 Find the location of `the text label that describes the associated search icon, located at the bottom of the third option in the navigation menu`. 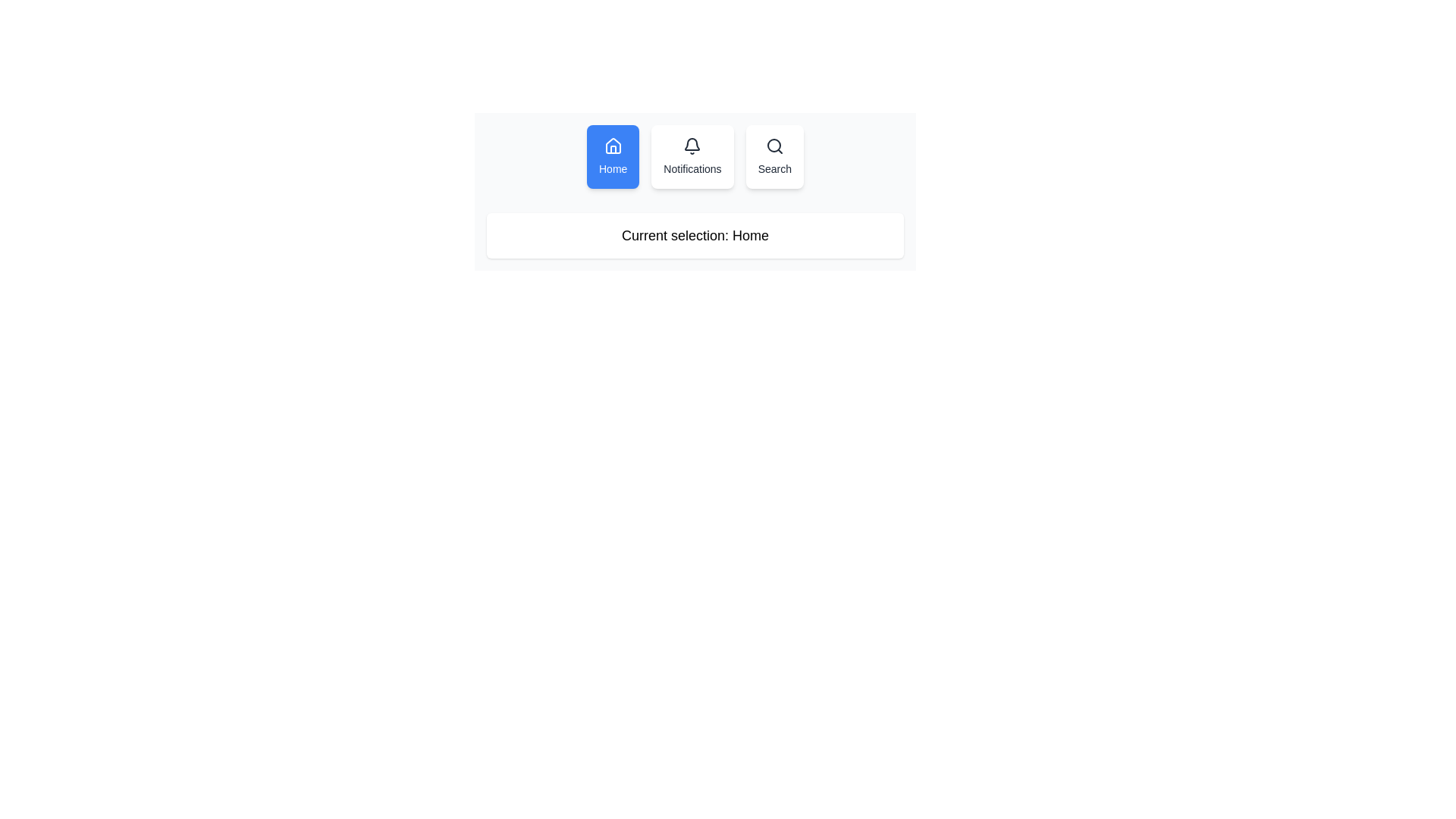

the text label that describes the associated search icon, located at the bottom of the third option in the navigation menu is located at coordinates (774, 169).